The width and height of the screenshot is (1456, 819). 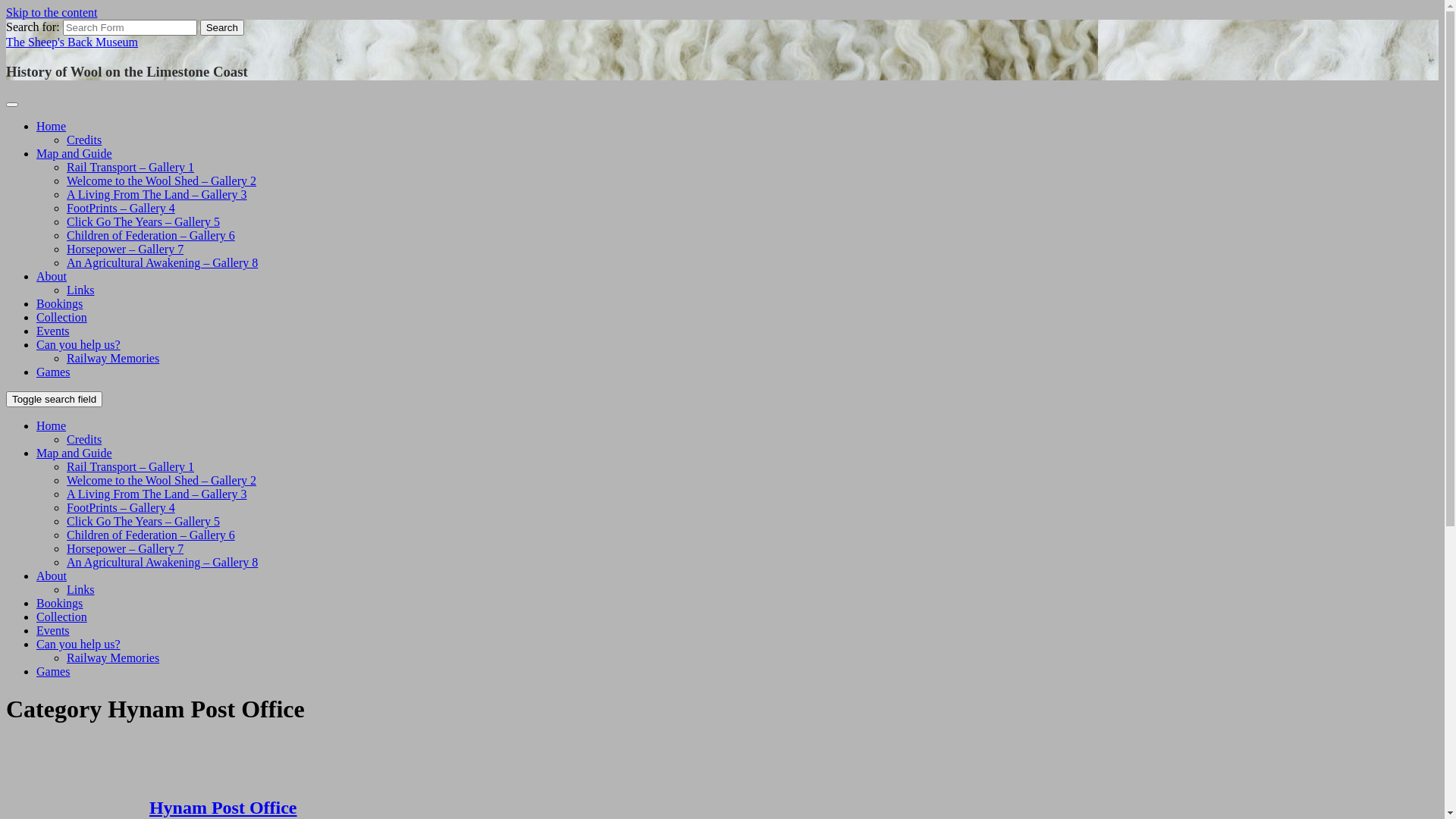 What do you see at coordinates (79, 588) in the screenshot?
I see `'Links'` at bounding box center [79, 588].